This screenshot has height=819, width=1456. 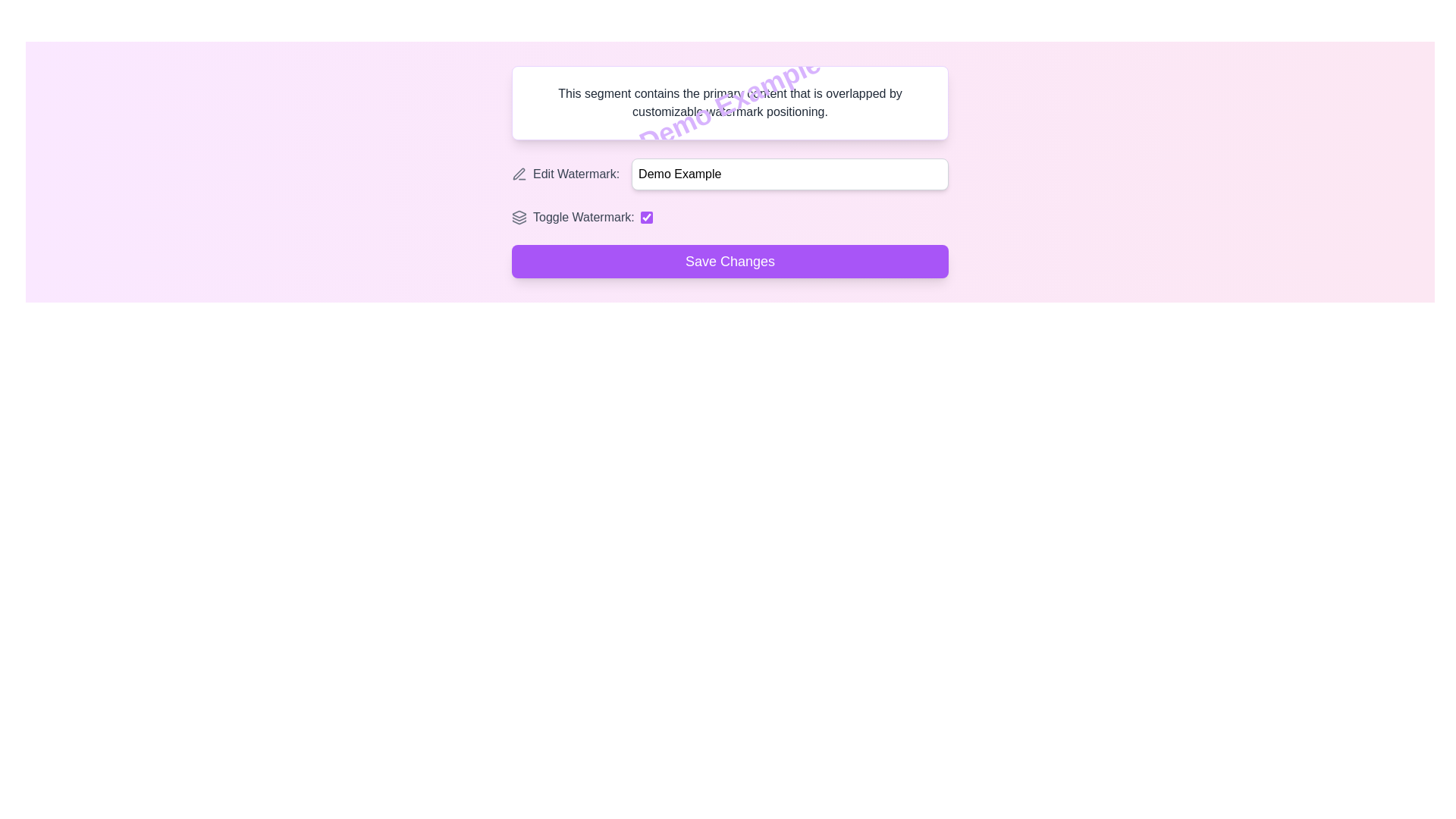 What do you see at coordinates (730, 217) in the screenshot?
I see `the checkbox that allows users` at bounding box center [730, 217].